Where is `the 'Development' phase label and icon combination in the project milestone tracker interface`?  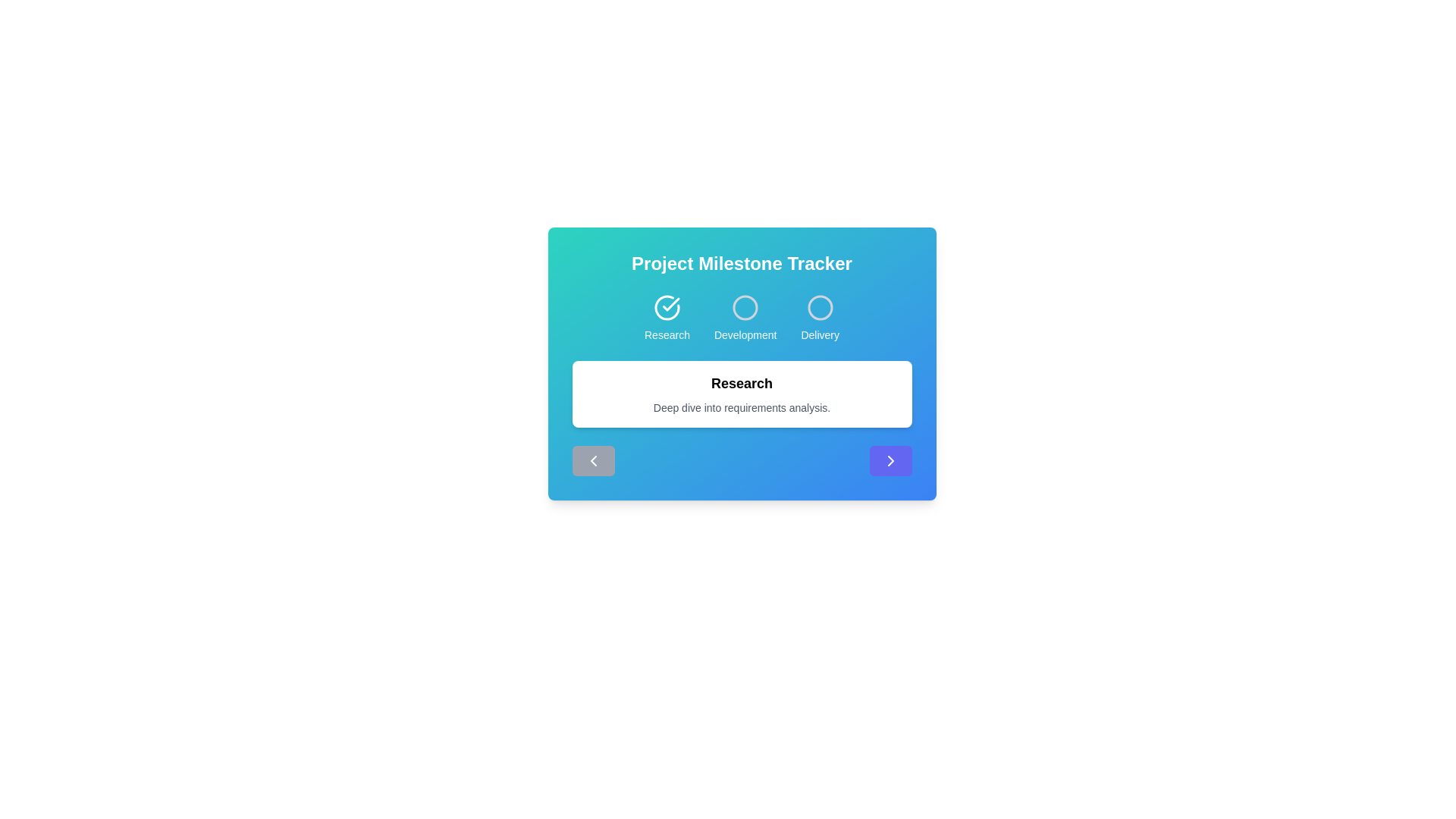
the 'Development' phase label and icon combination in the project milestone tracker interface is located at coordinates (745, 318).